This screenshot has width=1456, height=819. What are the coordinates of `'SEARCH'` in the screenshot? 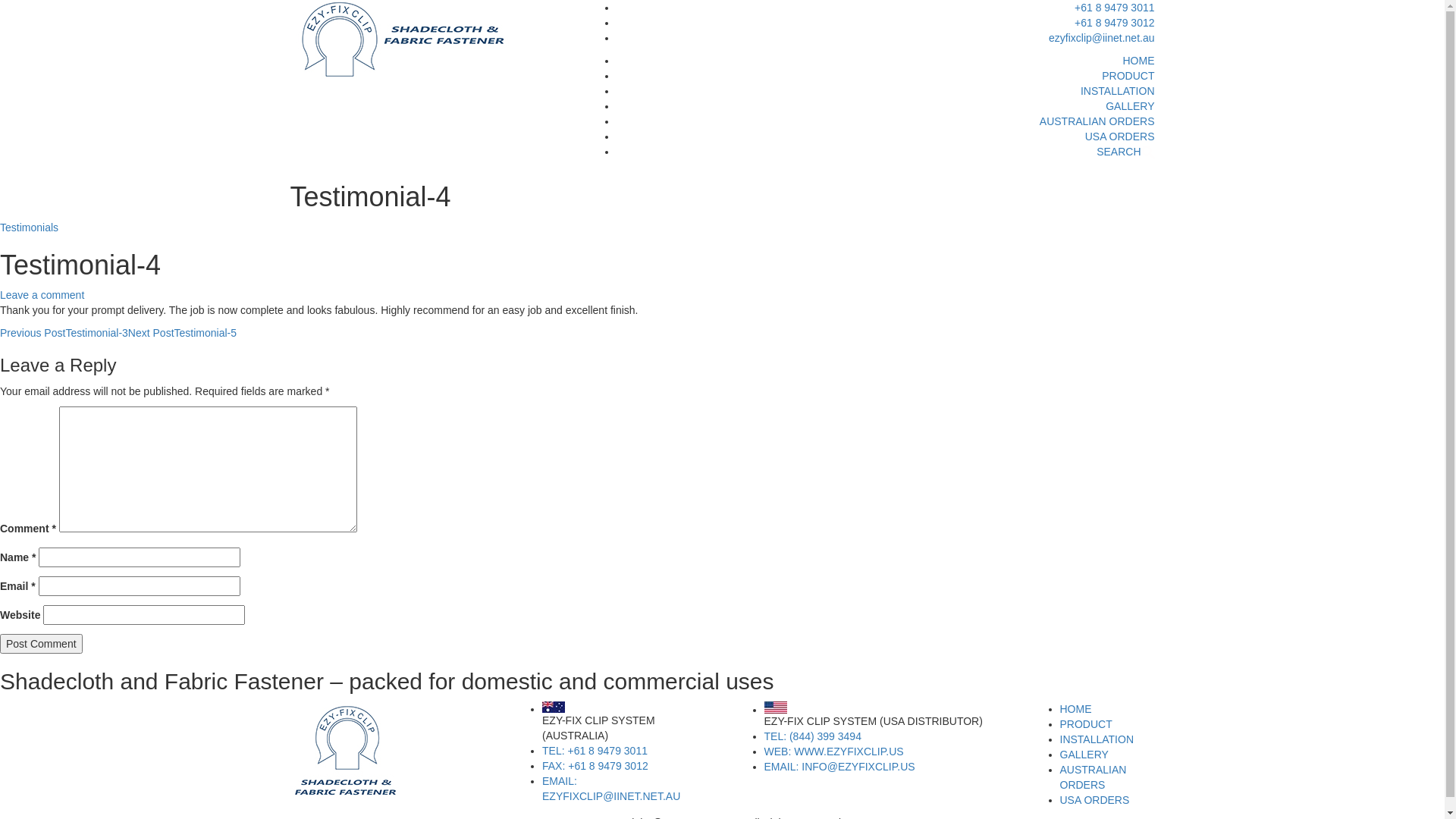 It's located at (1096, 152).